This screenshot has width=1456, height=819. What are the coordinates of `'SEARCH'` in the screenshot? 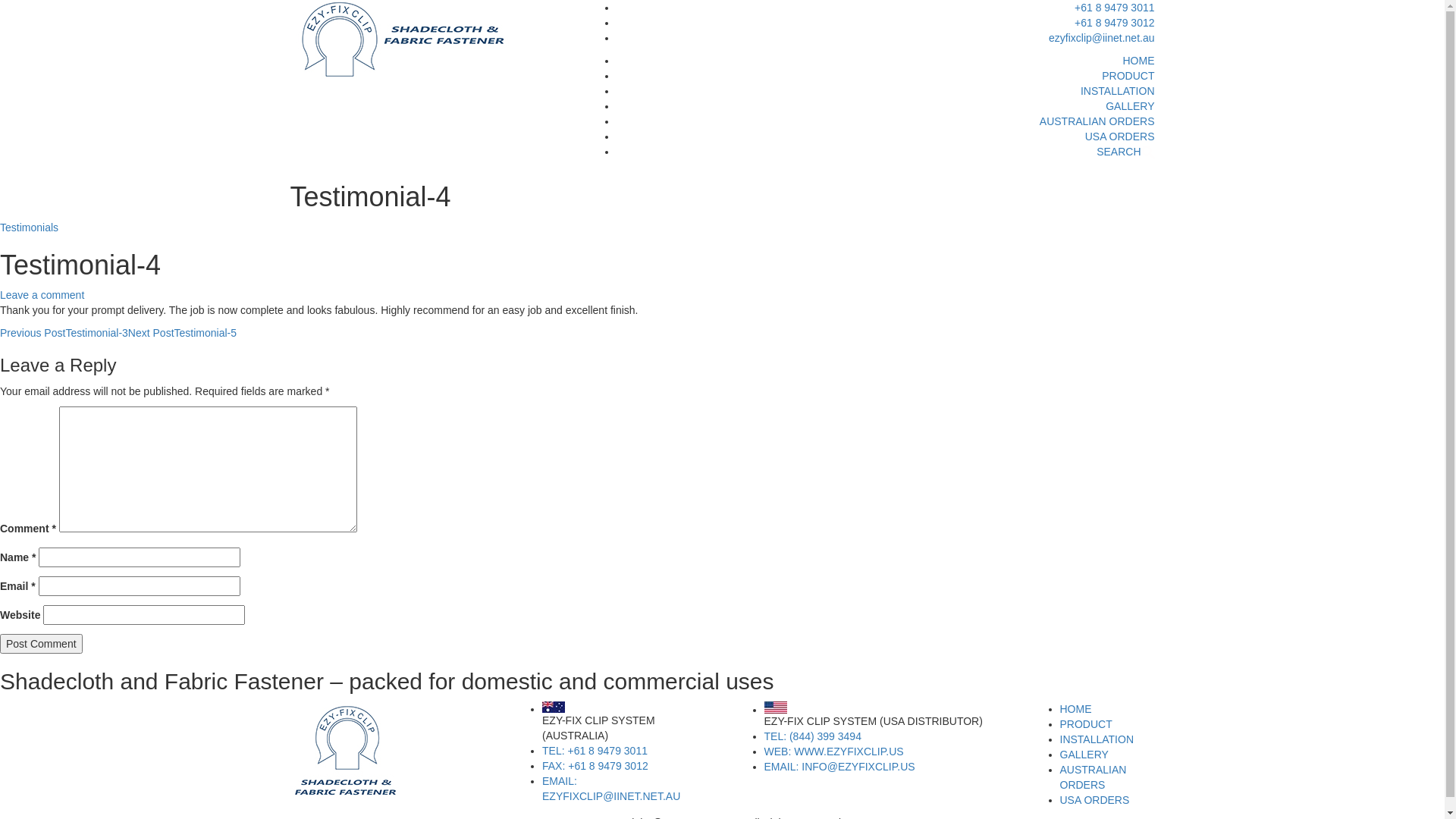 It's located at (1096, 152).